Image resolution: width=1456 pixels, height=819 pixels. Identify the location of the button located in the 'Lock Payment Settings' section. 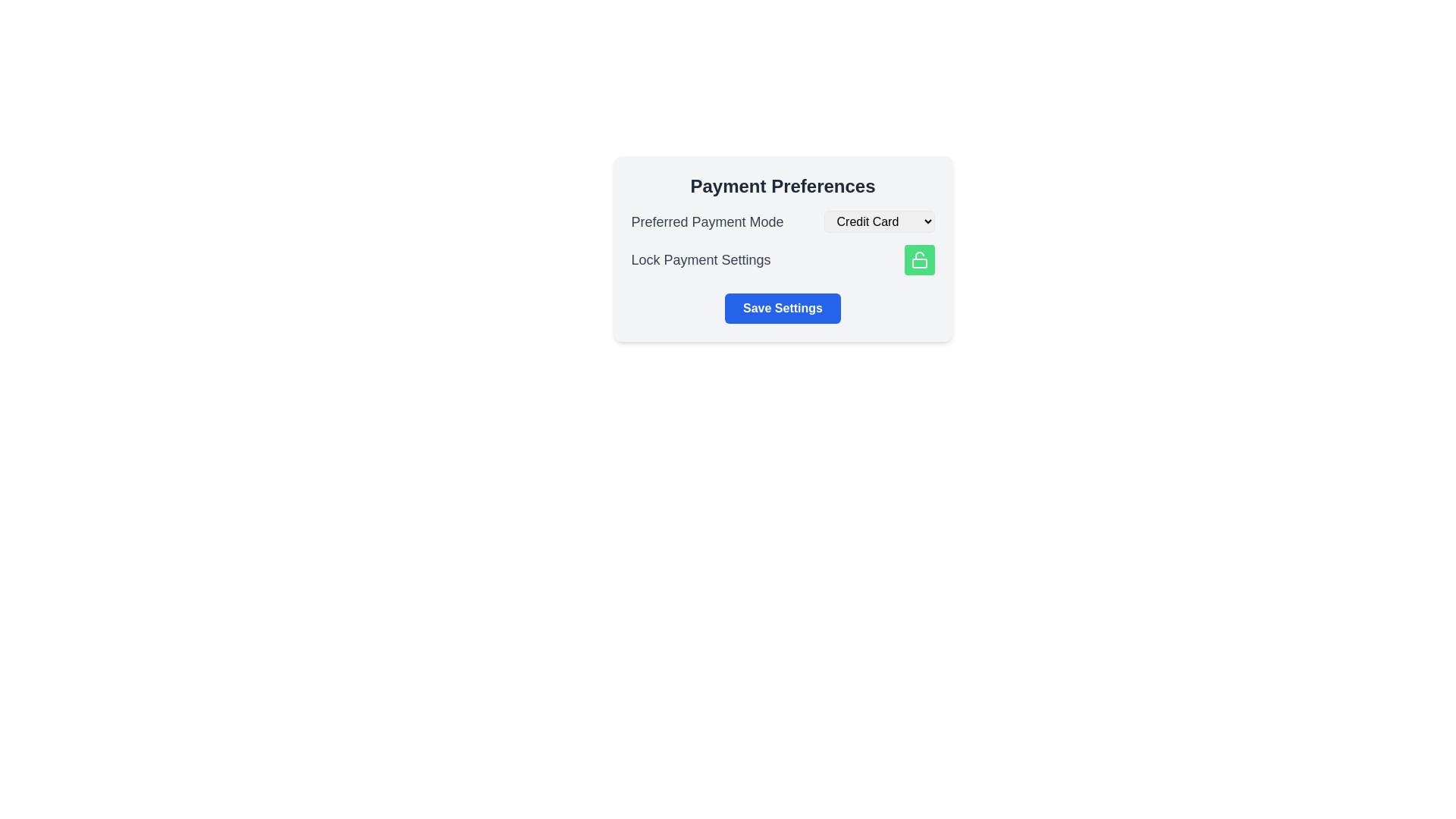
(918, 259).